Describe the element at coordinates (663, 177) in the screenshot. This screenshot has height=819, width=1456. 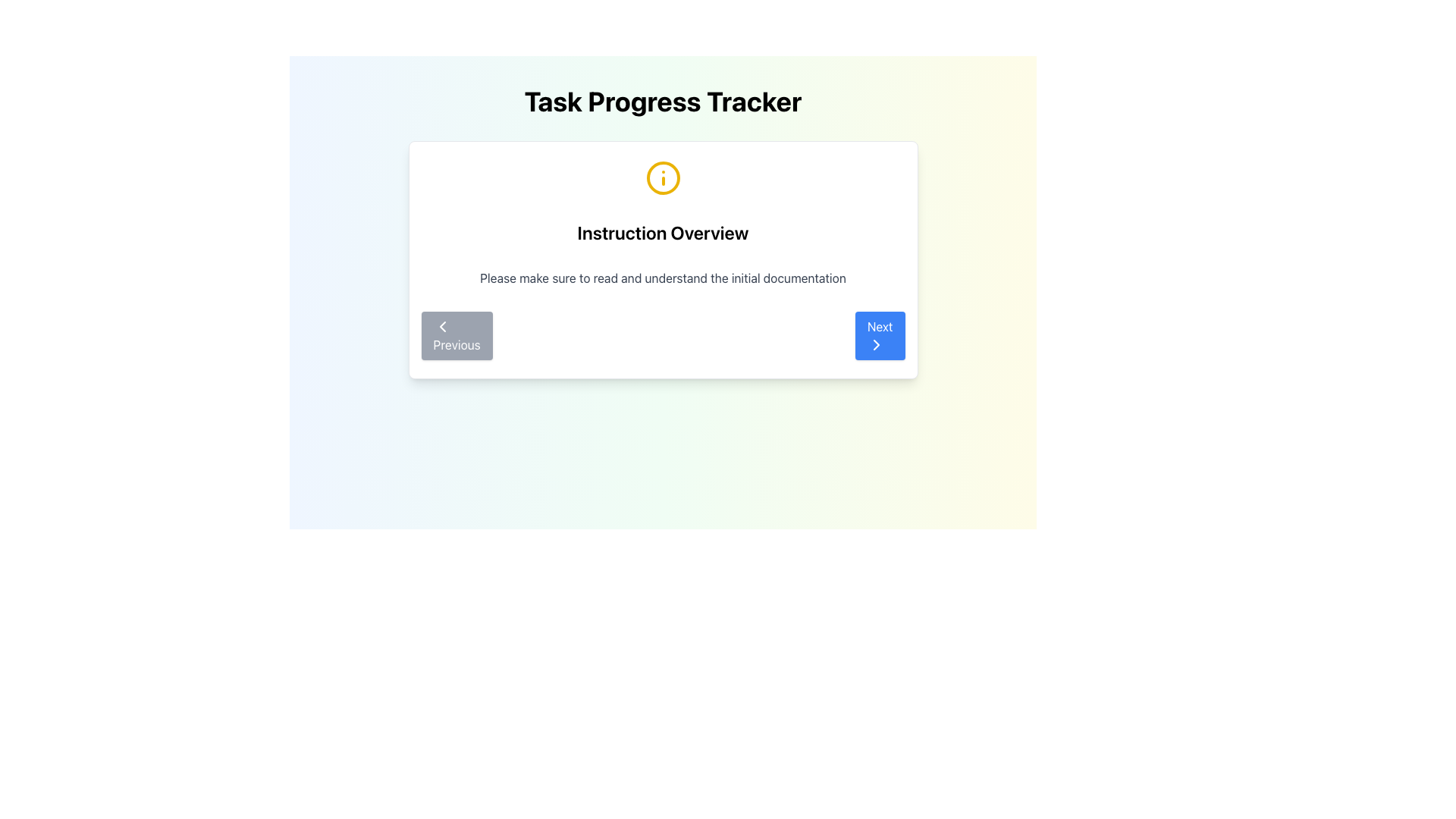
I see `the outer circle of the icon located in the 'Instruction Overview' section, as it is part of an overall button` at that location.